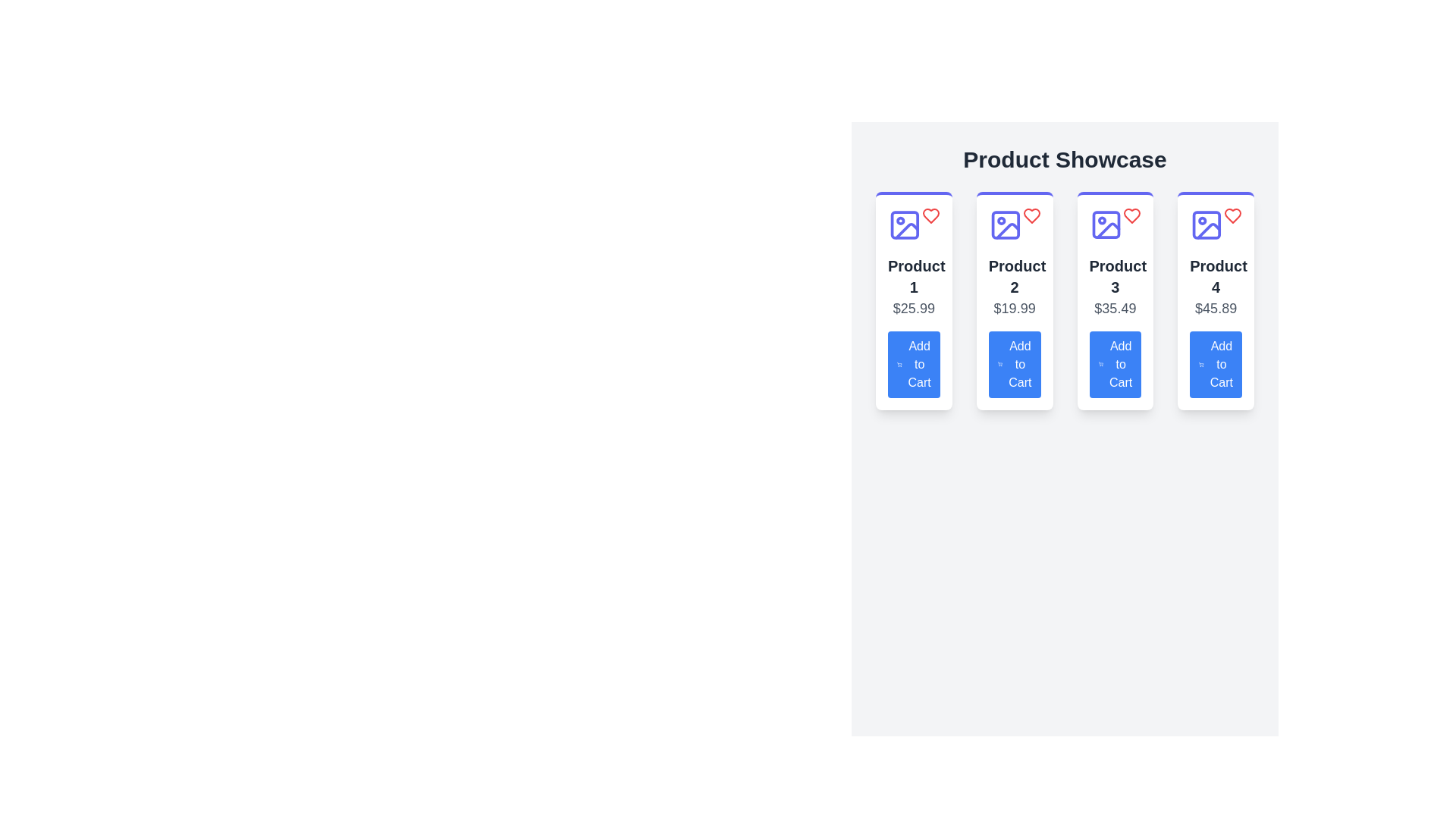 This screenshot has width=1456, height=819. I want to click on the blue button labeled 'Add to Cart' with rounded corners, so click(1015, 365).